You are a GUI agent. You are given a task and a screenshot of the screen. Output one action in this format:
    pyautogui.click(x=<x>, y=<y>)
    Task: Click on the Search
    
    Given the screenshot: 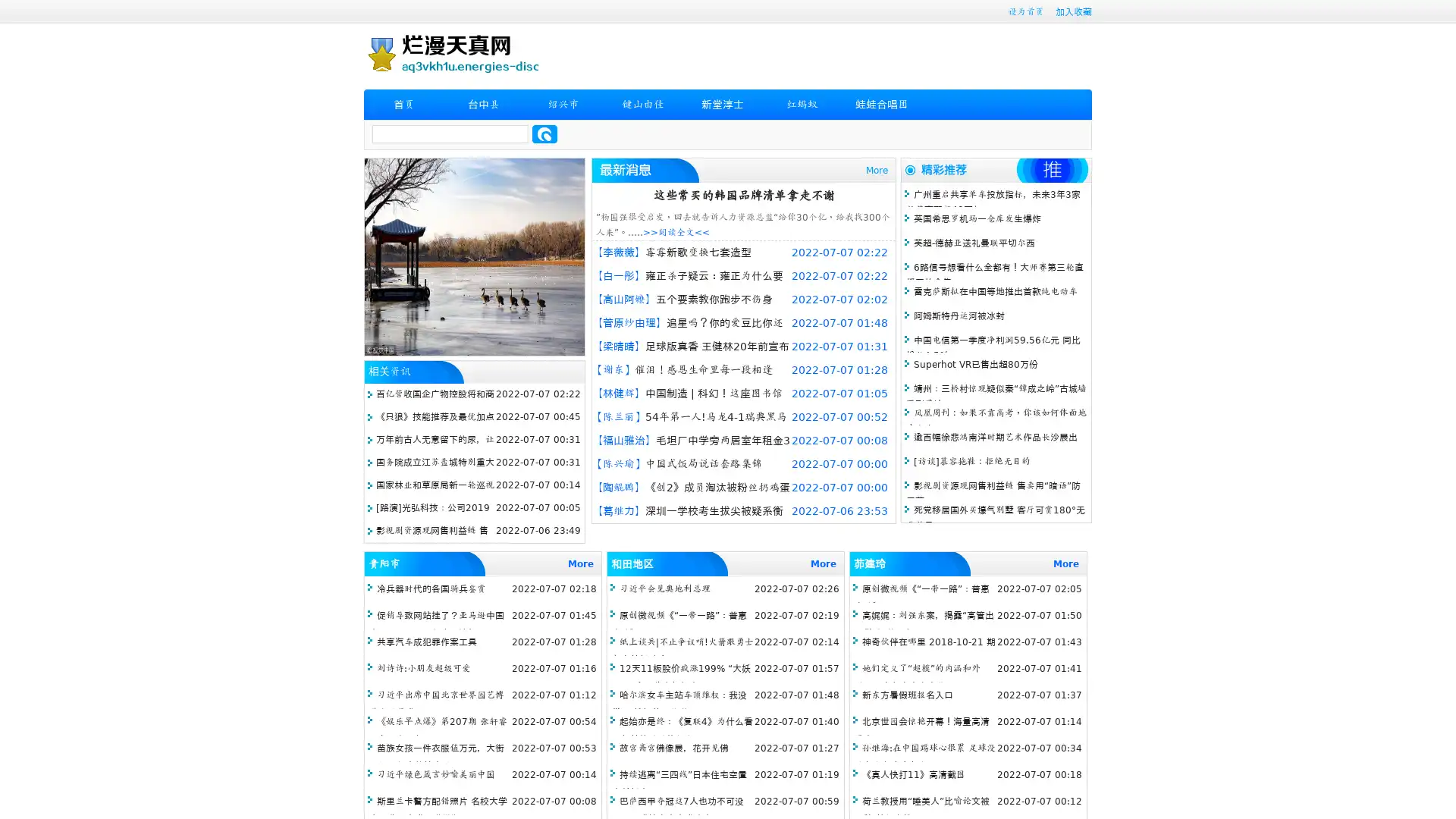 What is the action you would take?
    pyautogui.click(x=544, y=133)
    